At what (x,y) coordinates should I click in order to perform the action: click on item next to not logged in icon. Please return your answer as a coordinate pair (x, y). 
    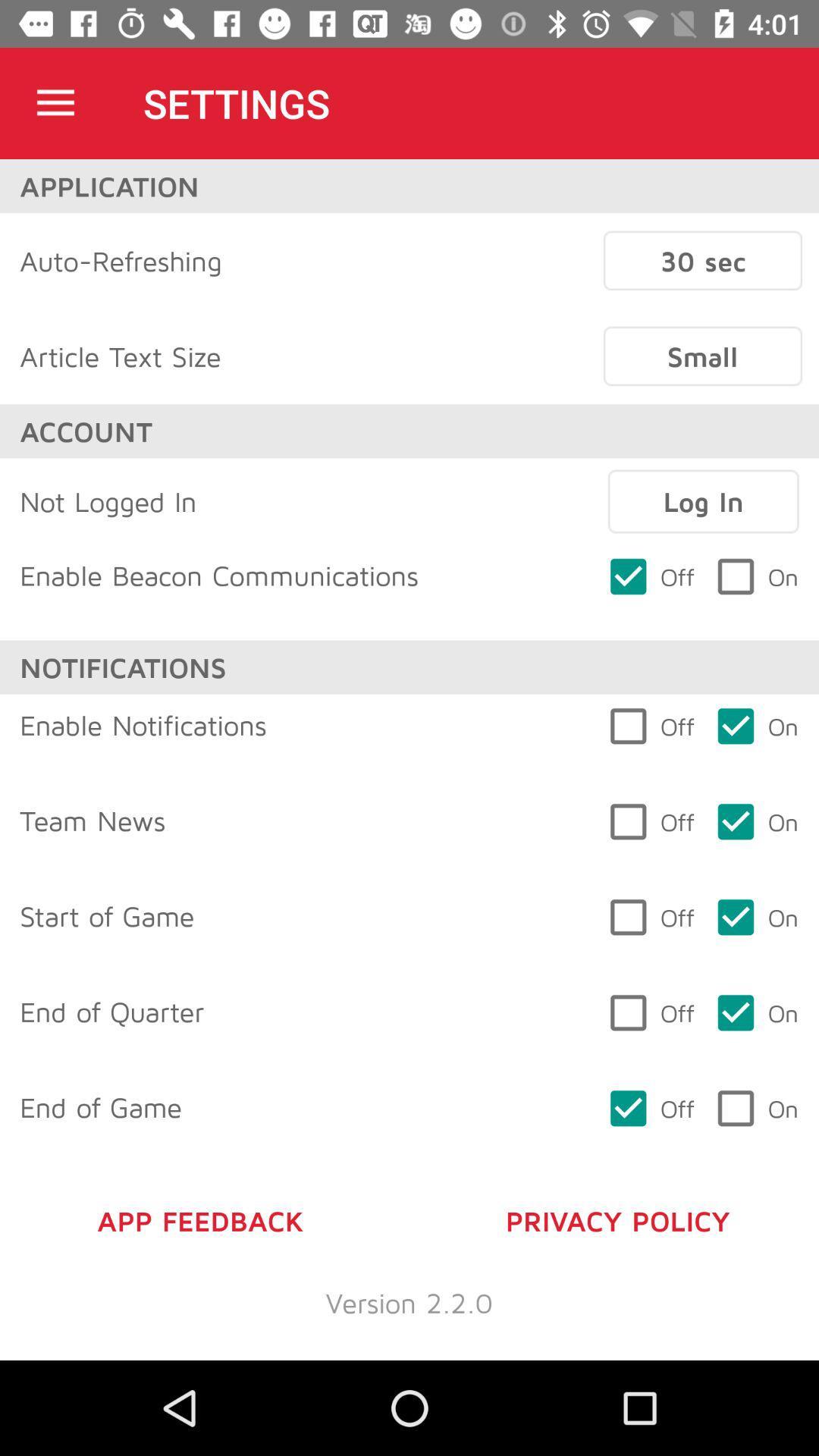
    Looking at the image, I should click on (703, 501).